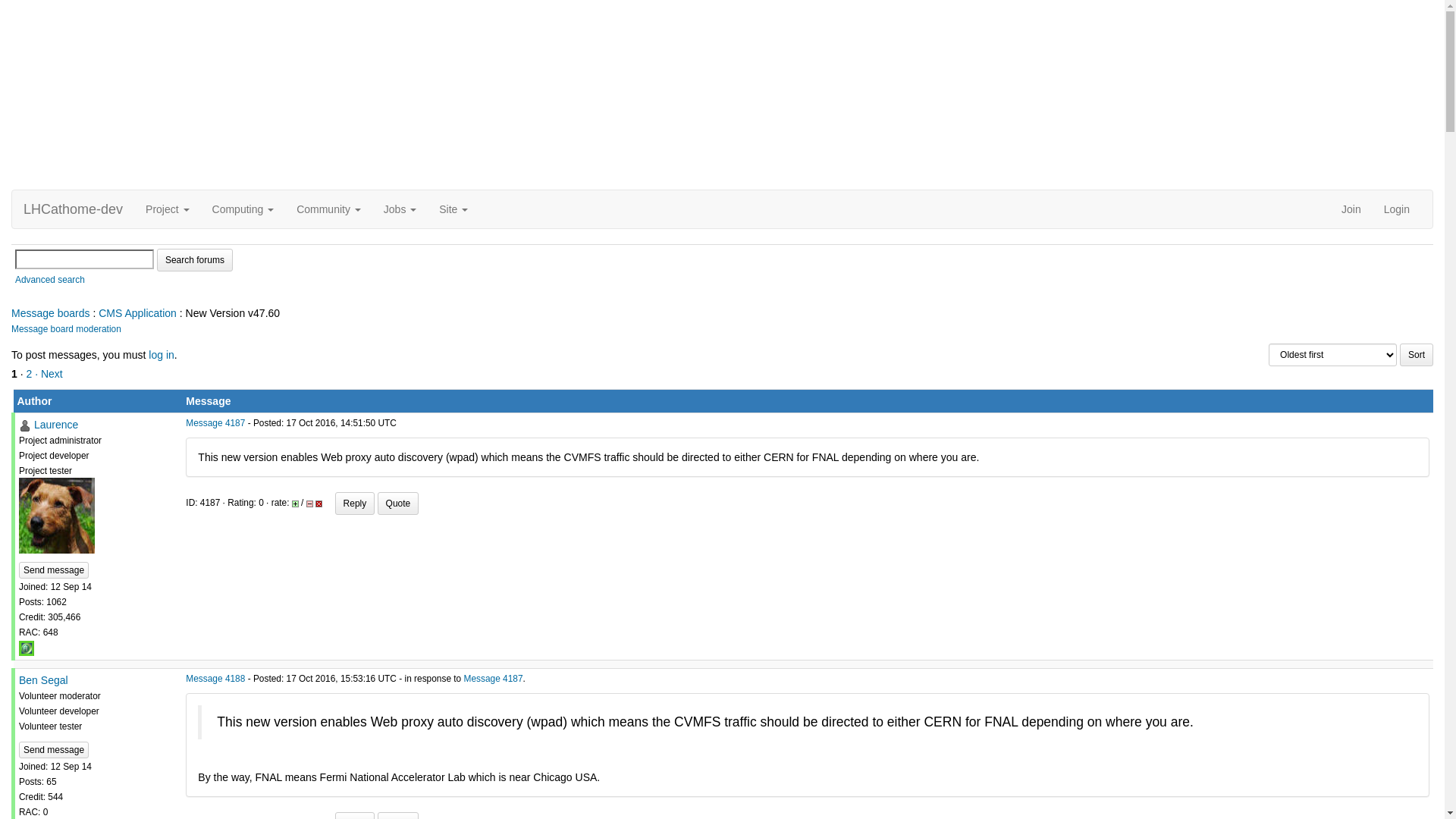 This screenshot has height=819, width=1456. What do you see at coordinates (400, 209) in the screenshot?
I see `'Jobs'` at bounding box center [400, 209].